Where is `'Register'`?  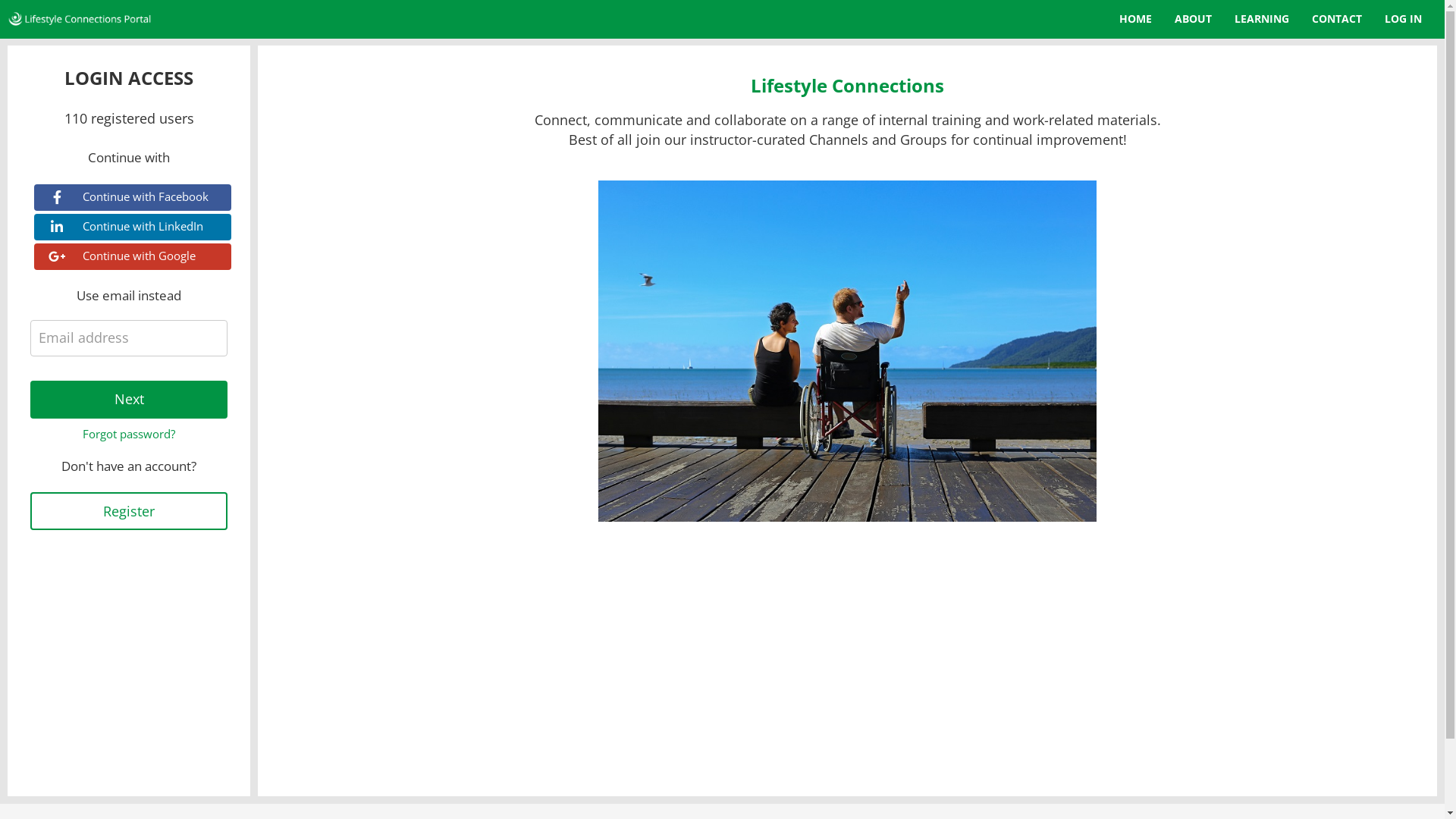 'Register' is located at coordinates (128, 511).